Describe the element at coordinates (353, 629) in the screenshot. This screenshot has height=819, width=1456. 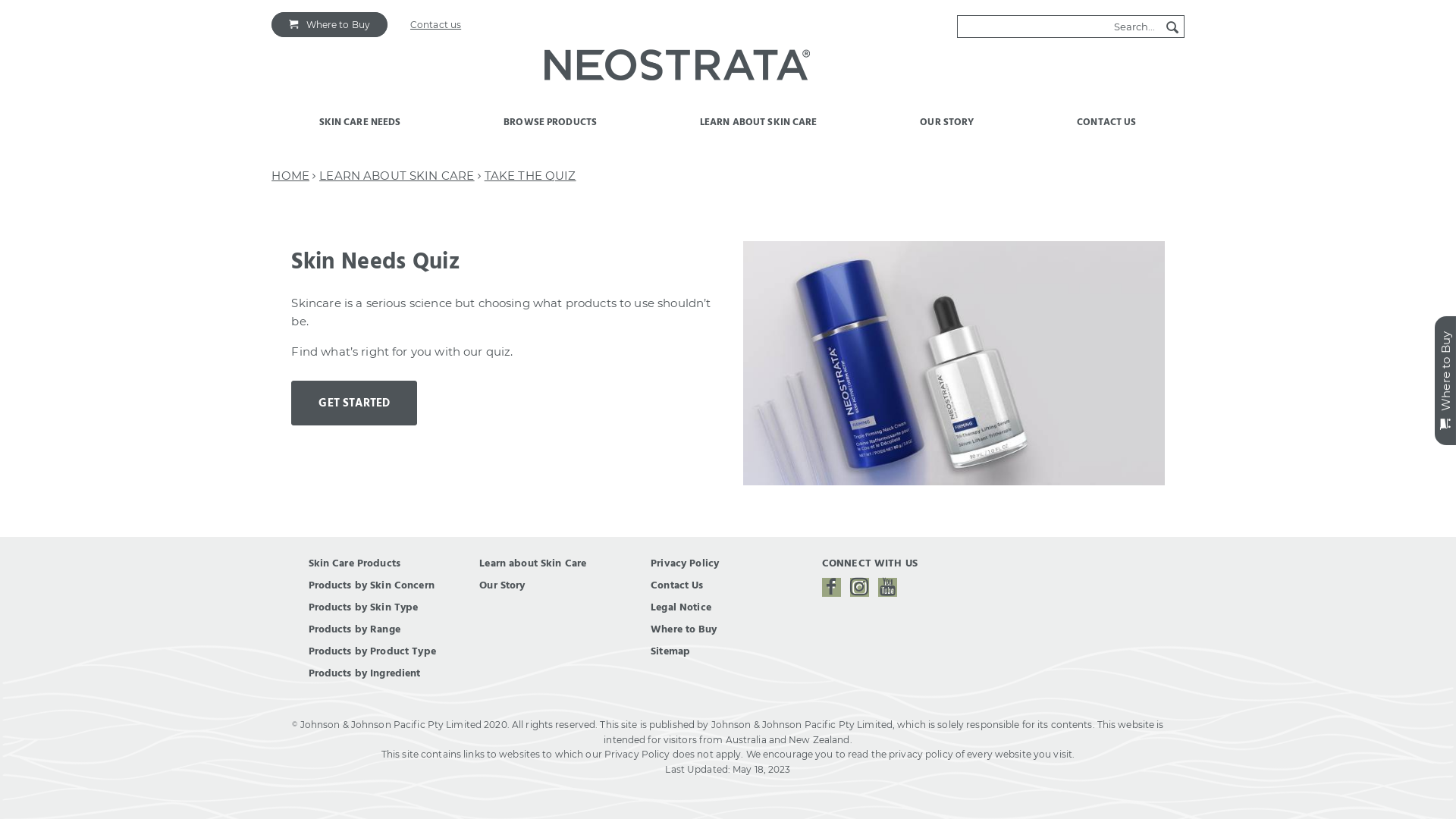
I see `'Products by Range'` at that location.